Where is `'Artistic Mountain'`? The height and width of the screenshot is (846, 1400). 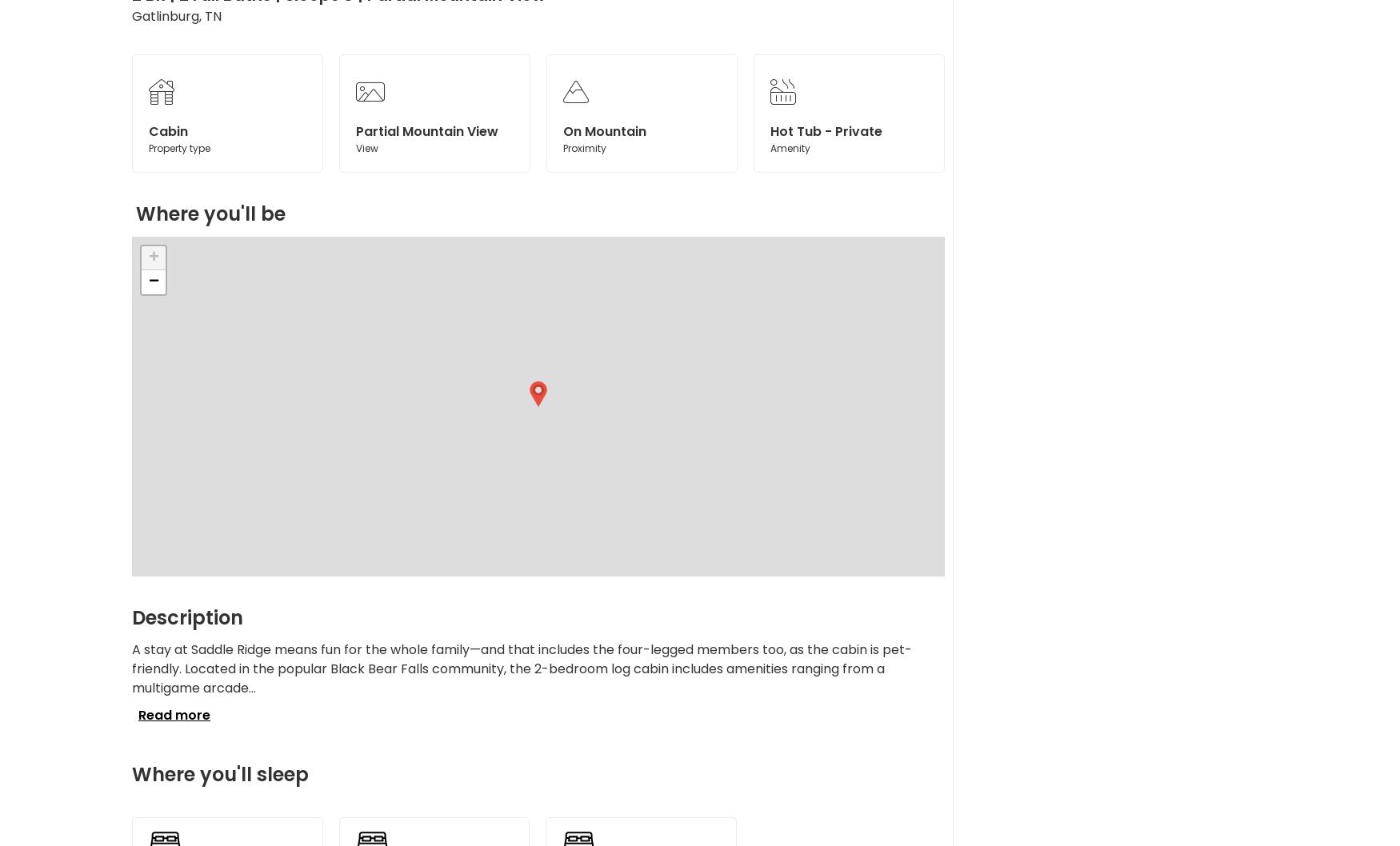 'Artistic Mountain' is located at coordinates (771, 178).